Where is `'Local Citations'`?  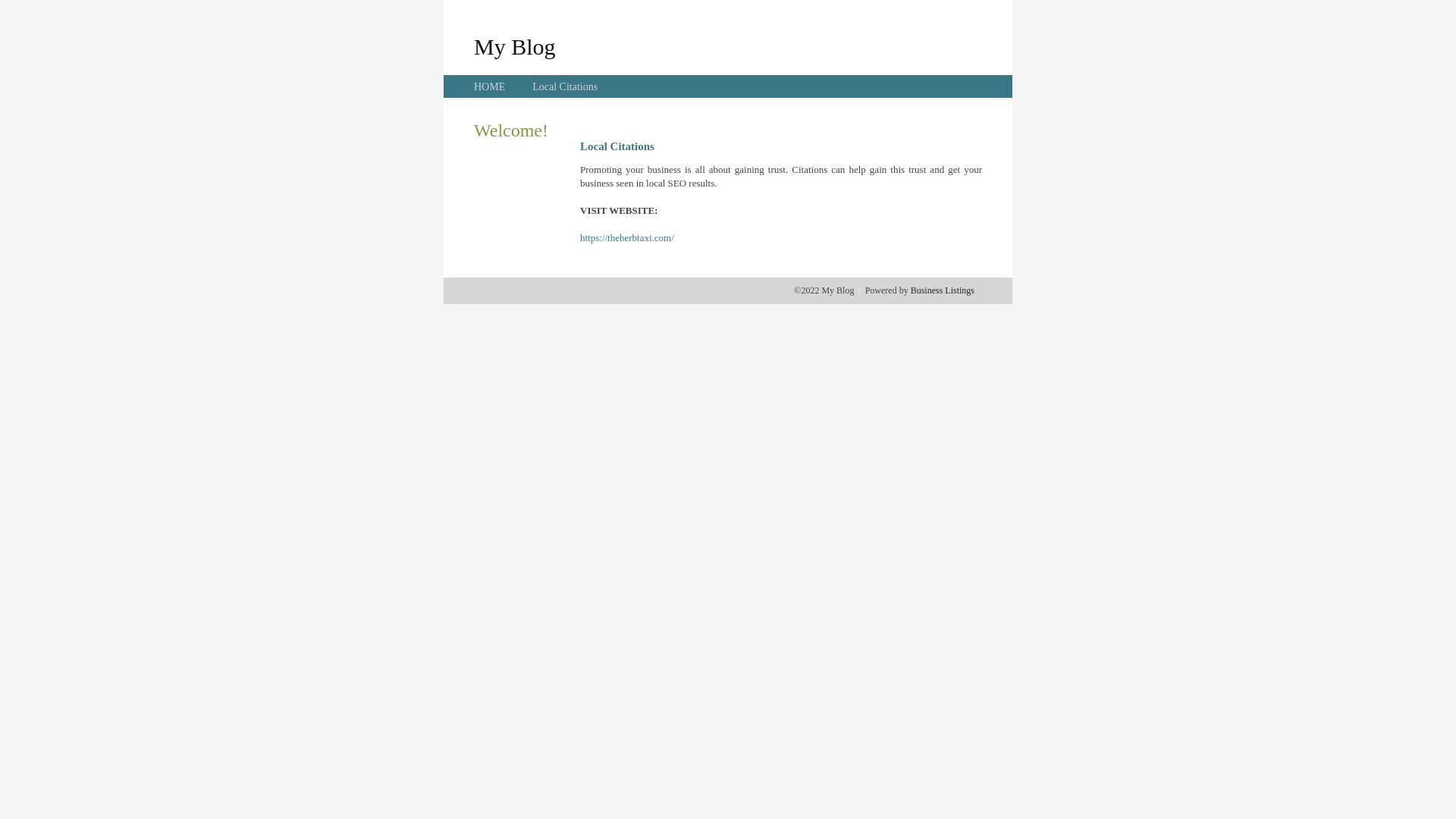
'Local Citations' is located at coordinates (563, 86).